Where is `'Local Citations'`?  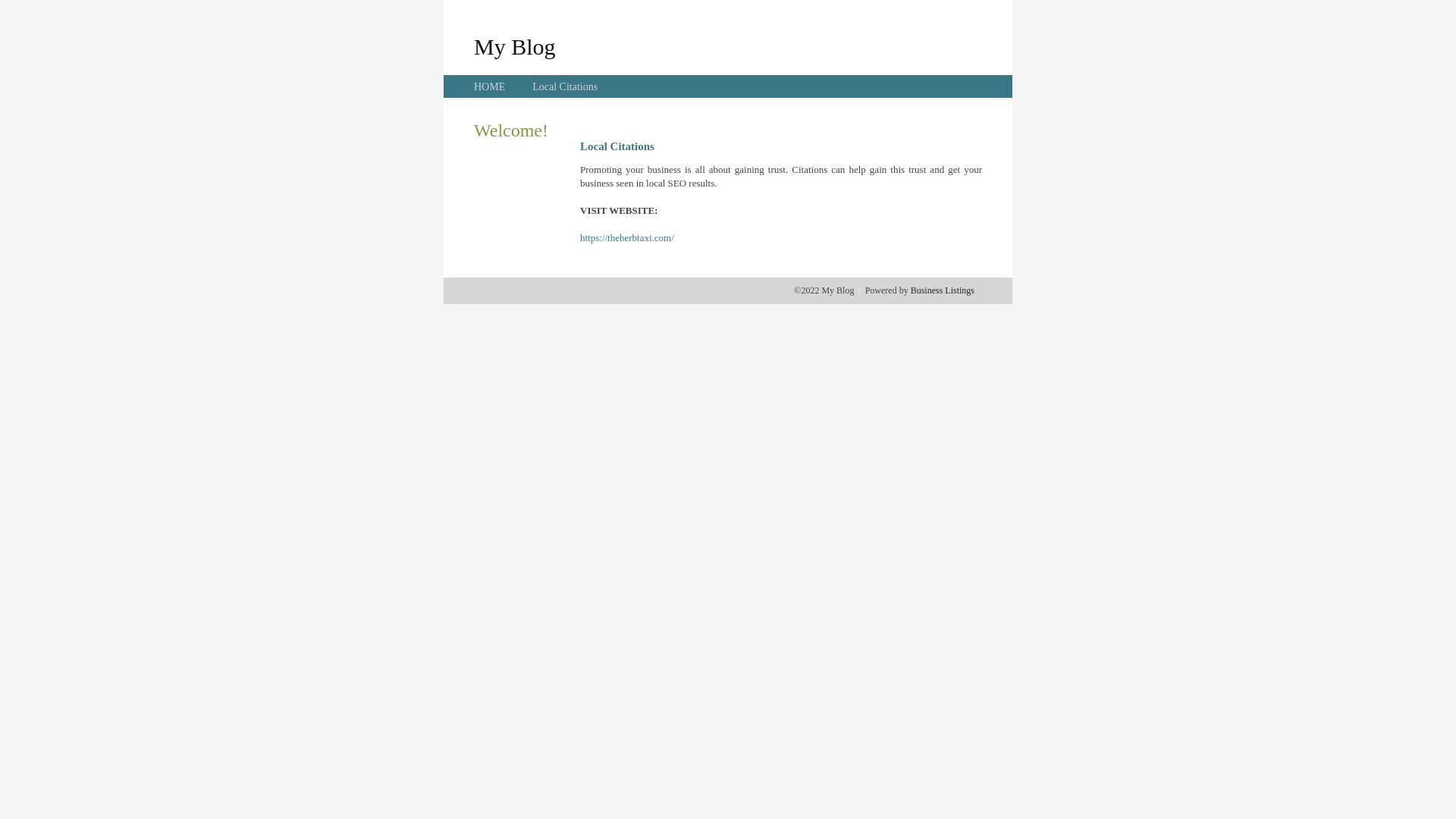
'Local Citations' is located at coordinates (563, 86).